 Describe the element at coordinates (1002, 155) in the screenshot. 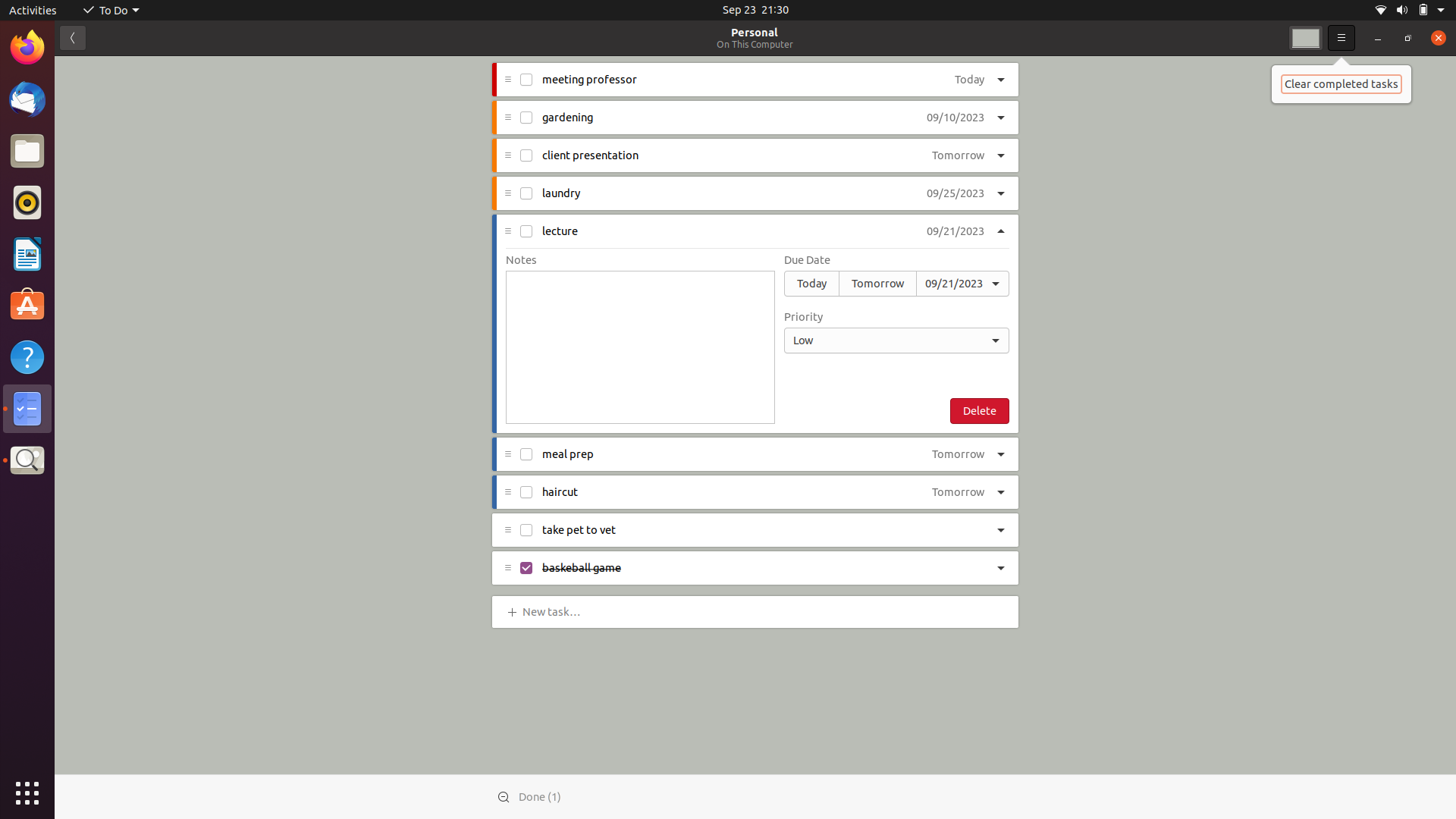

I see `Highlight "client presentation" as essential` at that location.